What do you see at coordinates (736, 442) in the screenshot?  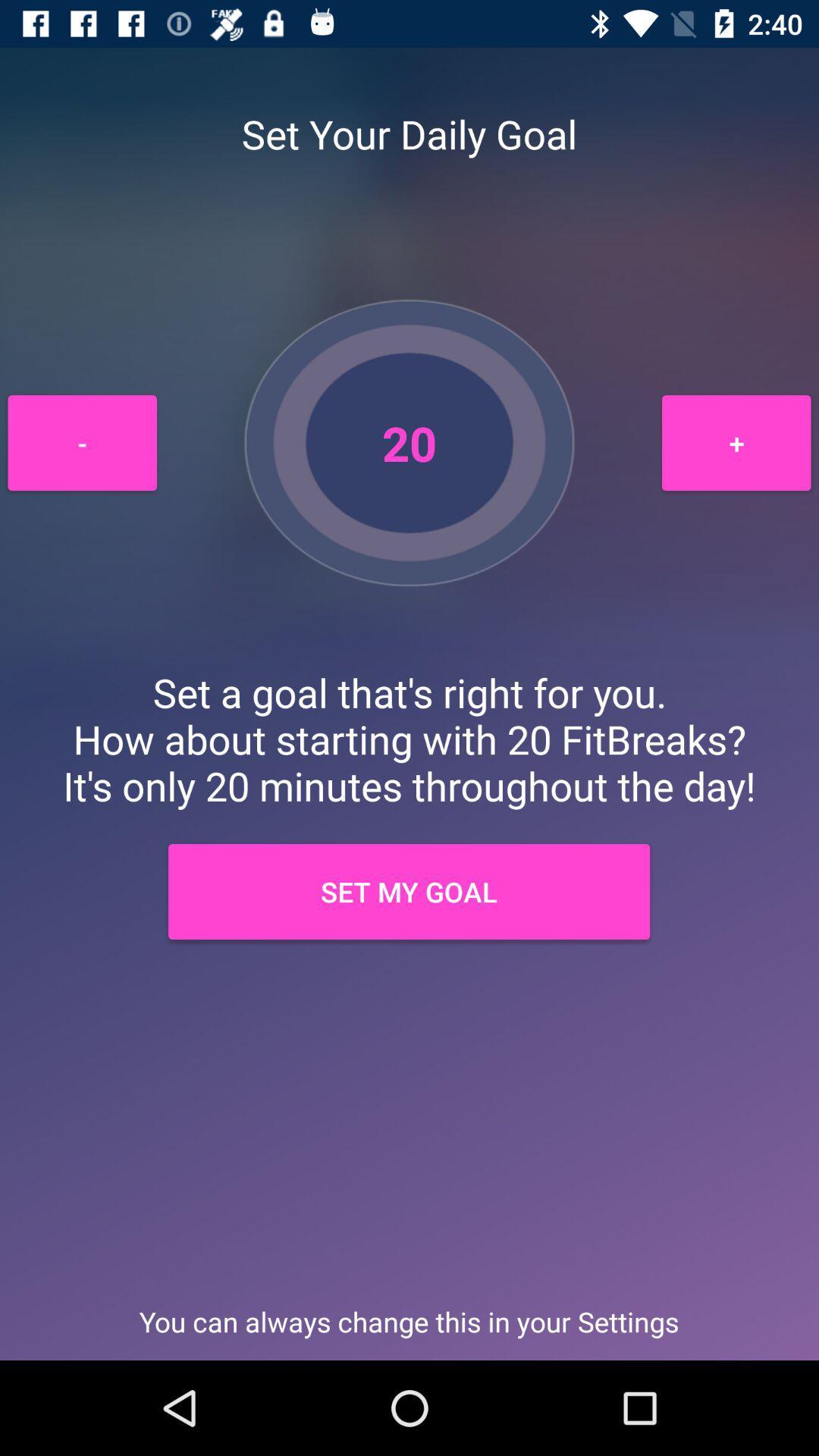 I see `the + icon` at bounding box center [736, 442].